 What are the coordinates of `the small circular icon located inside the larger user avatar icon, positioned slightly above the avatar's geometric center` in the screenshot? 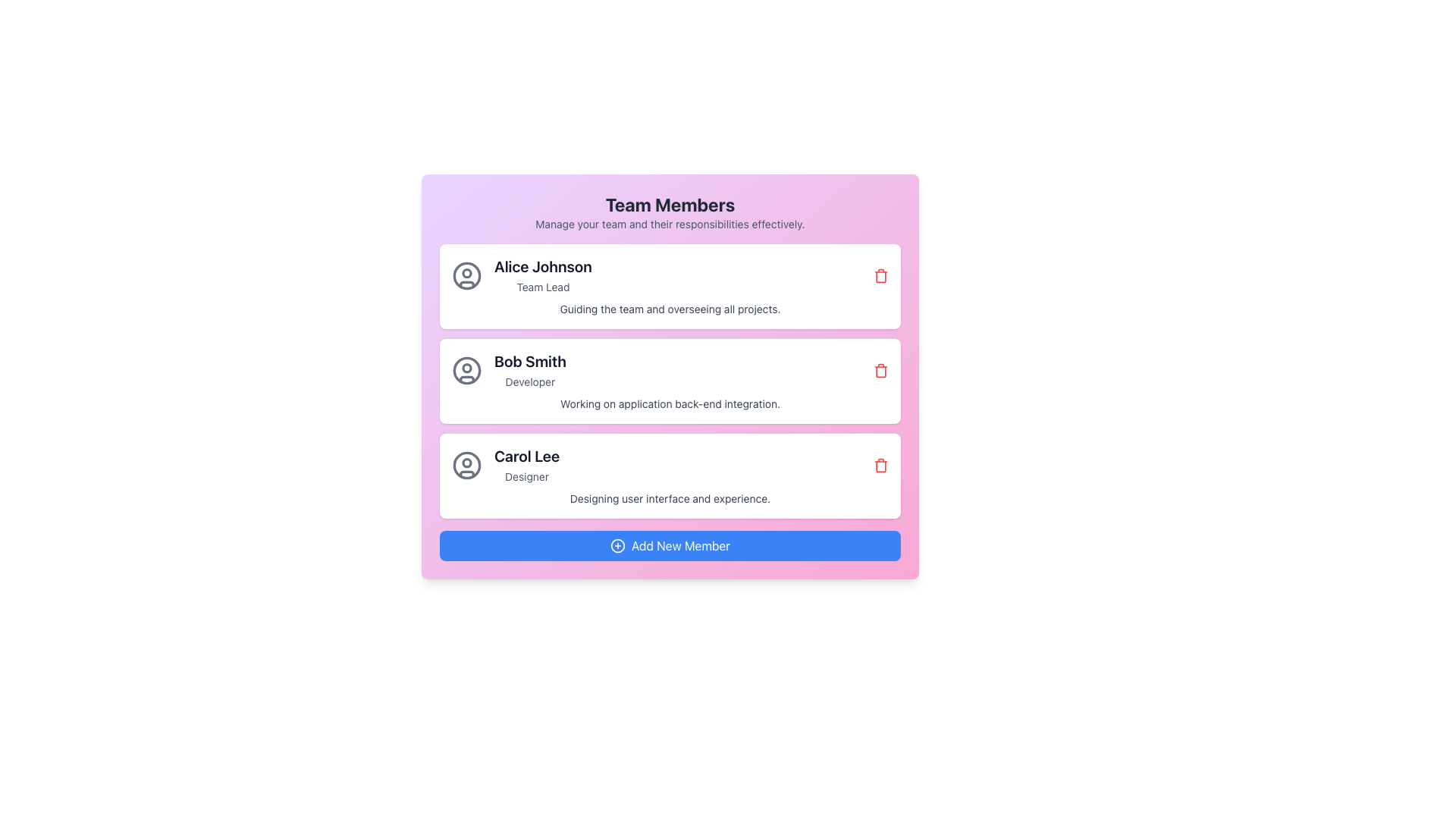 It's located at (466, 368).